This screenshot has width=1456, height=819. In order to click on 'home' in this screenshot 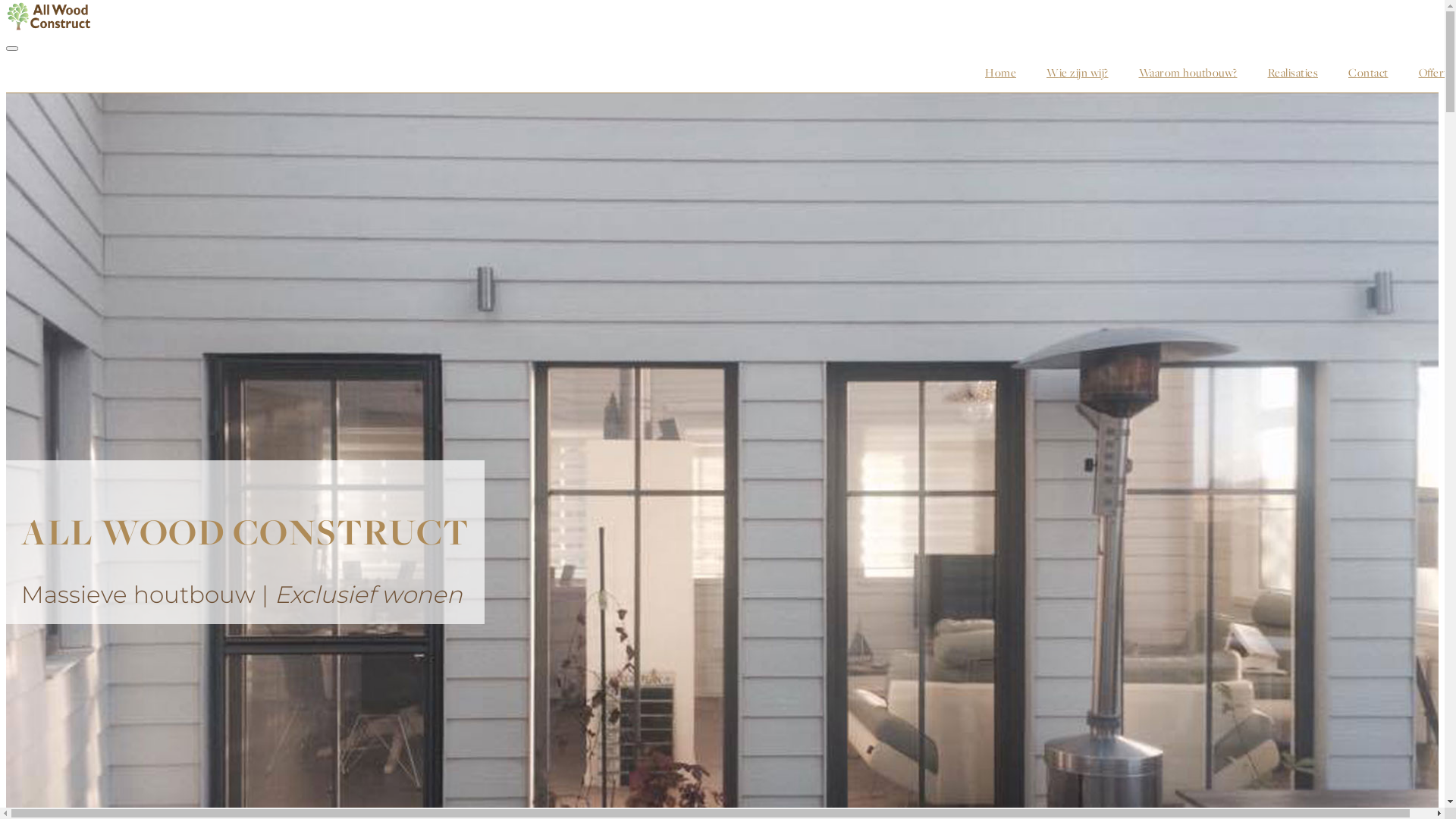, I will do `click(968, 72)`.